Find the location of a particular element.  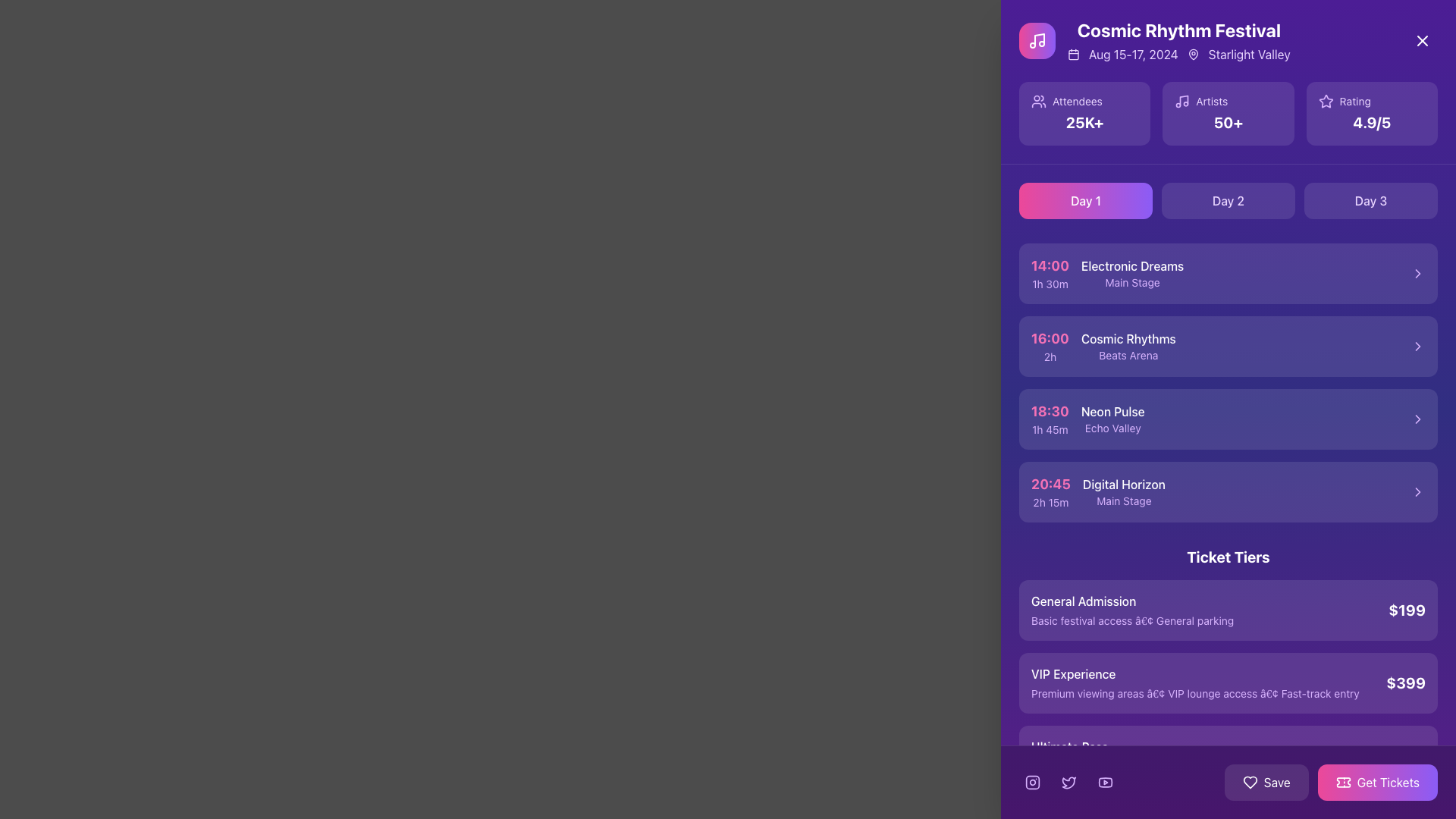

the square-shaped button with a gradient from pink to violet, featuring a white music note icon, located at the top-left corner of the right panel, immediately to the left of the text 'Cosmic Rhythm Festival' is located at coordinates (1037, 40).